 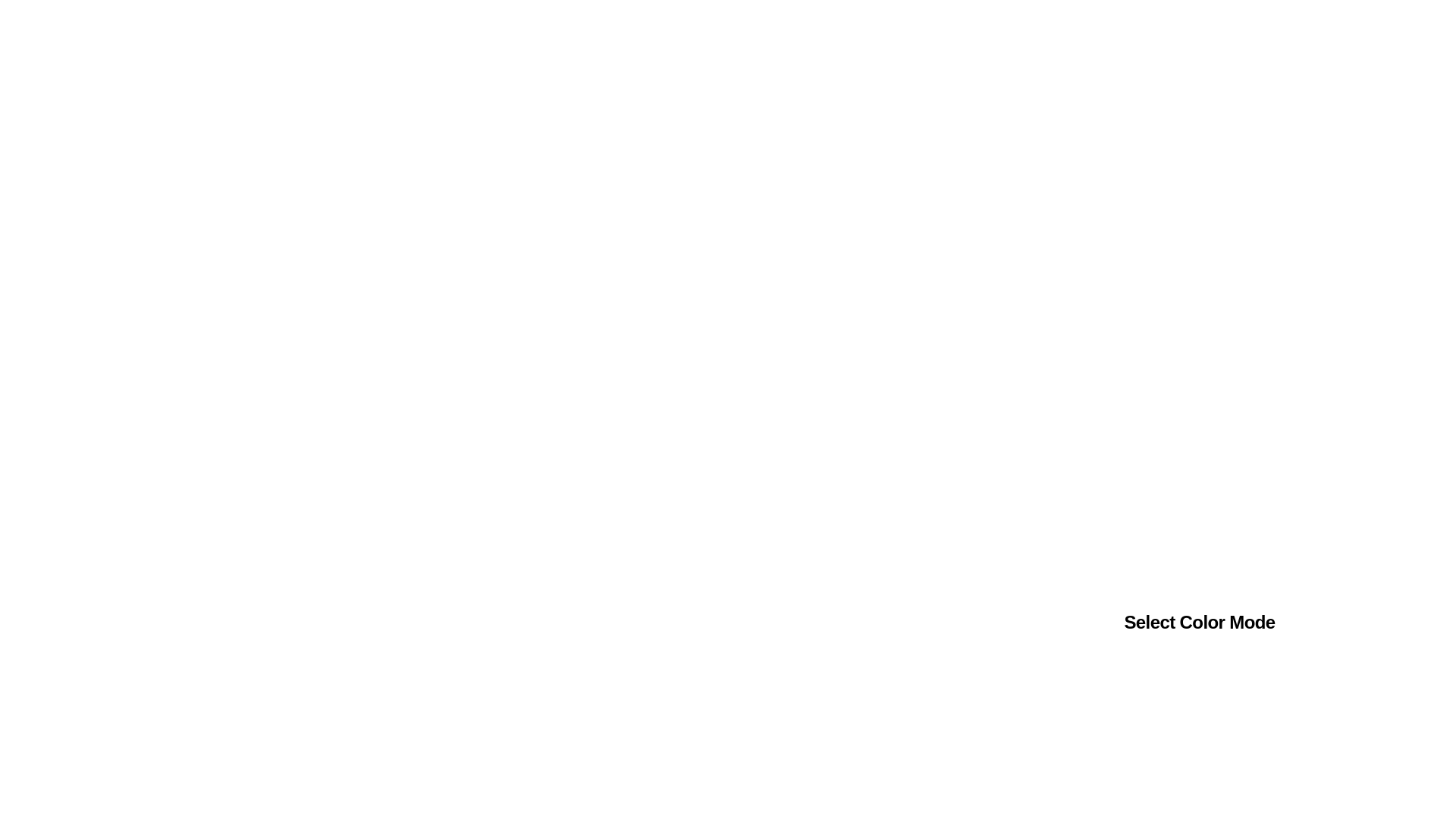 I want to click on the color mode by clicking on the button labeled Light Mode, so click(x=1139, y=684).